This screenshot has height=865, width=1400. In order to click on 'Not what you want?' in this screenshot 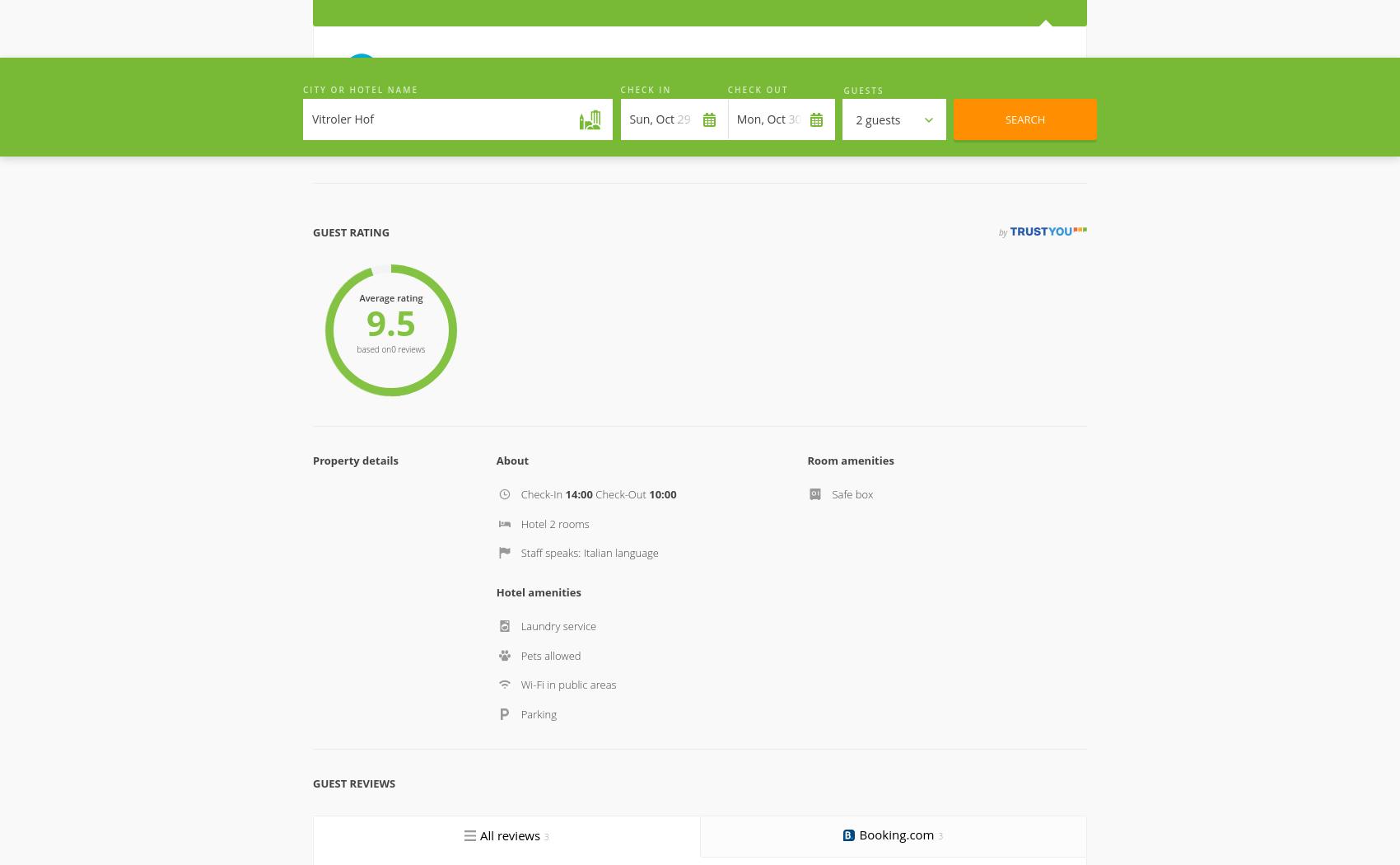, I will do `click(698, 569)`.